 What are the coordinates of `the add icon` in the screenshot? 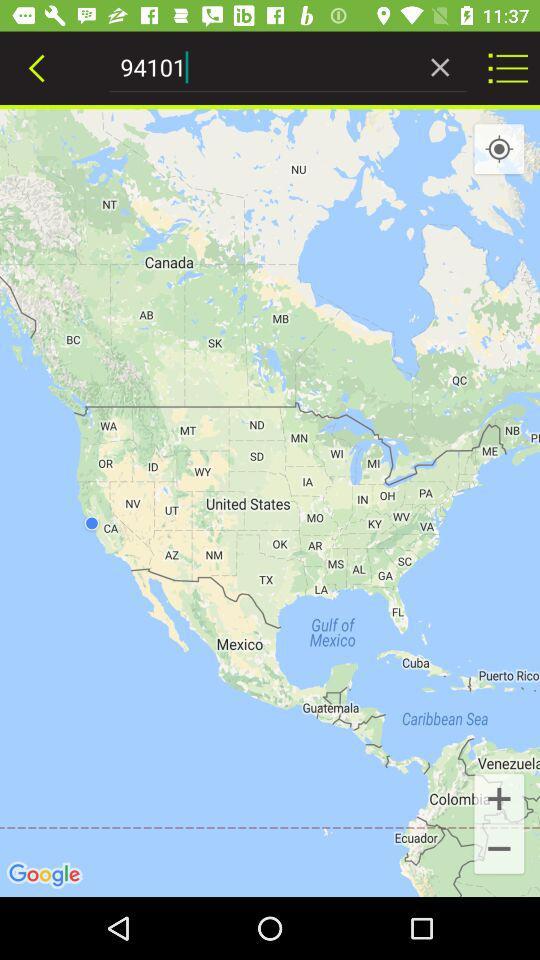 It's located at (498, 798).